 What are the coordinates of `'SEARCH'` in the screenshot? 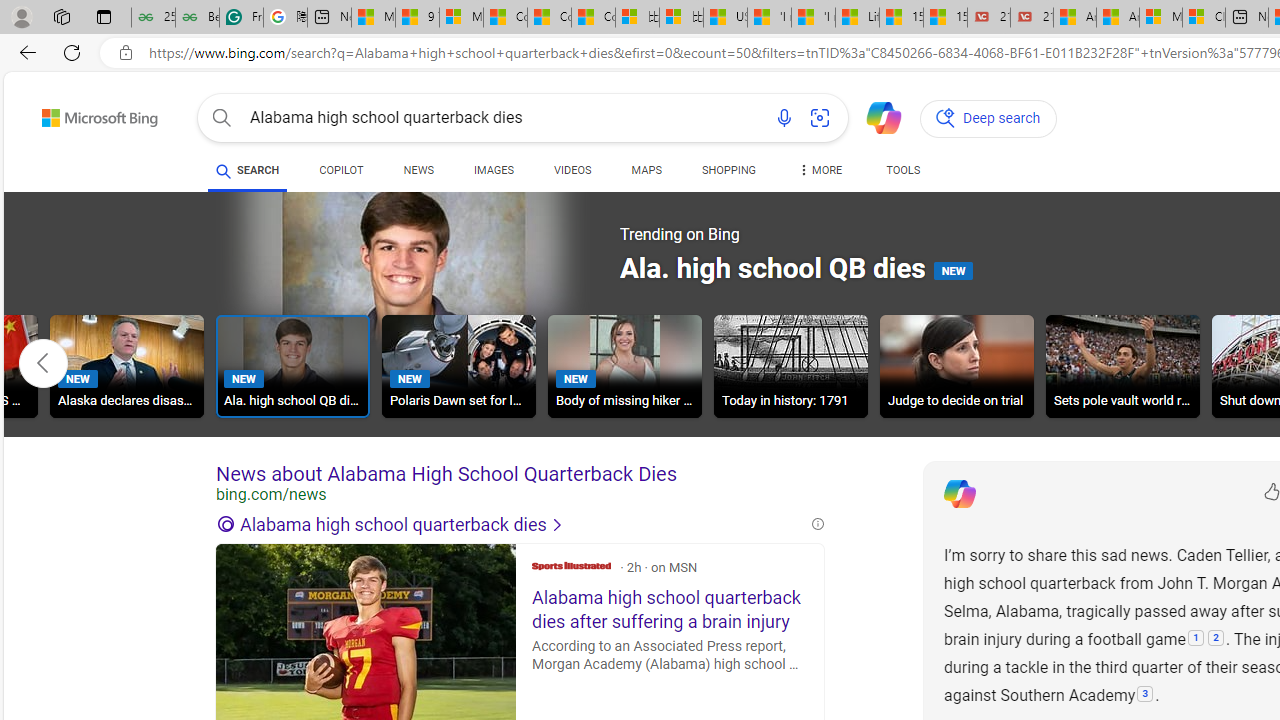 It's located at (246, 170).